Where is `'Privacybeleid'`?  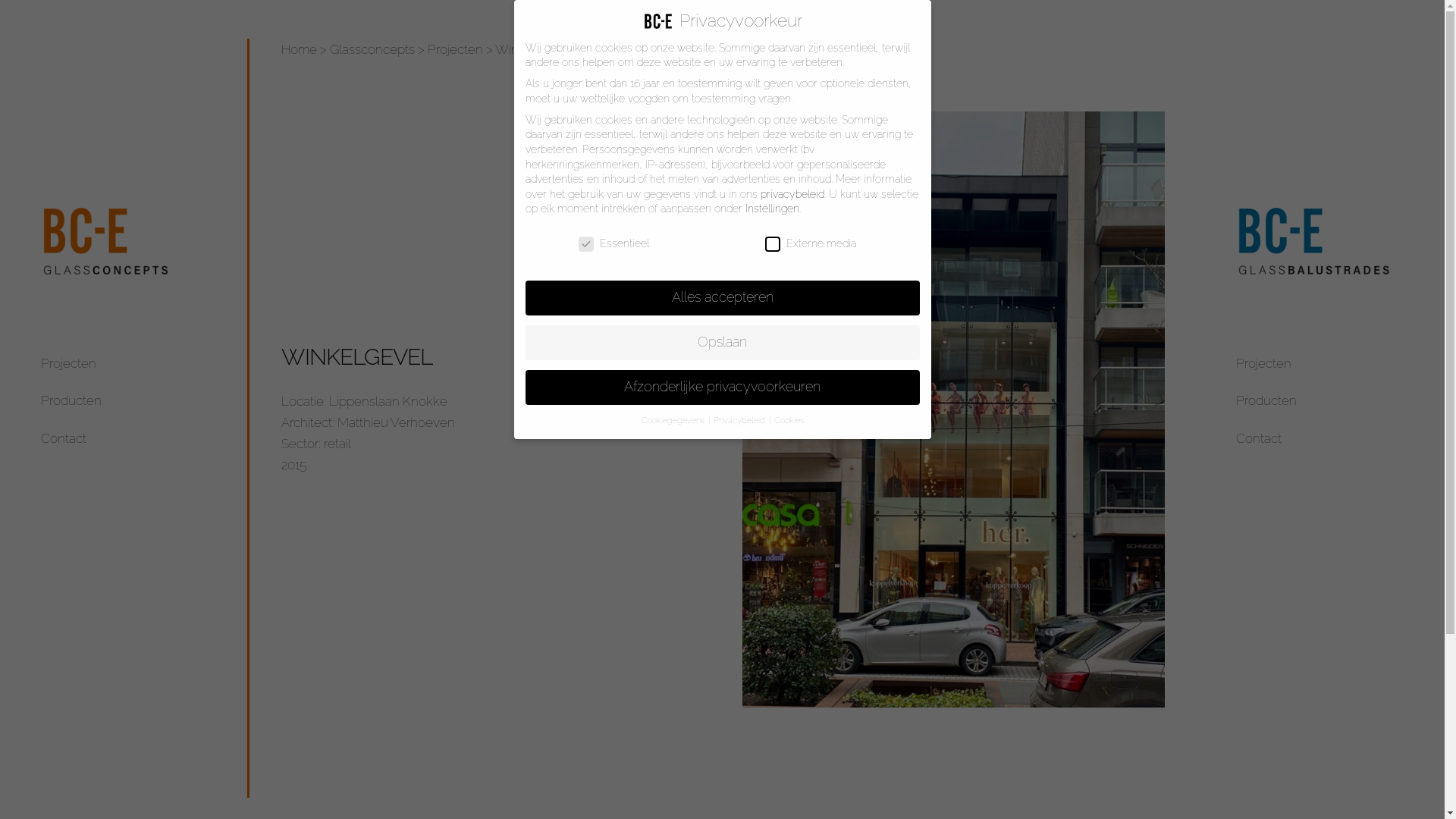 'Privacybeleid' is located at coordinates (739, 420).